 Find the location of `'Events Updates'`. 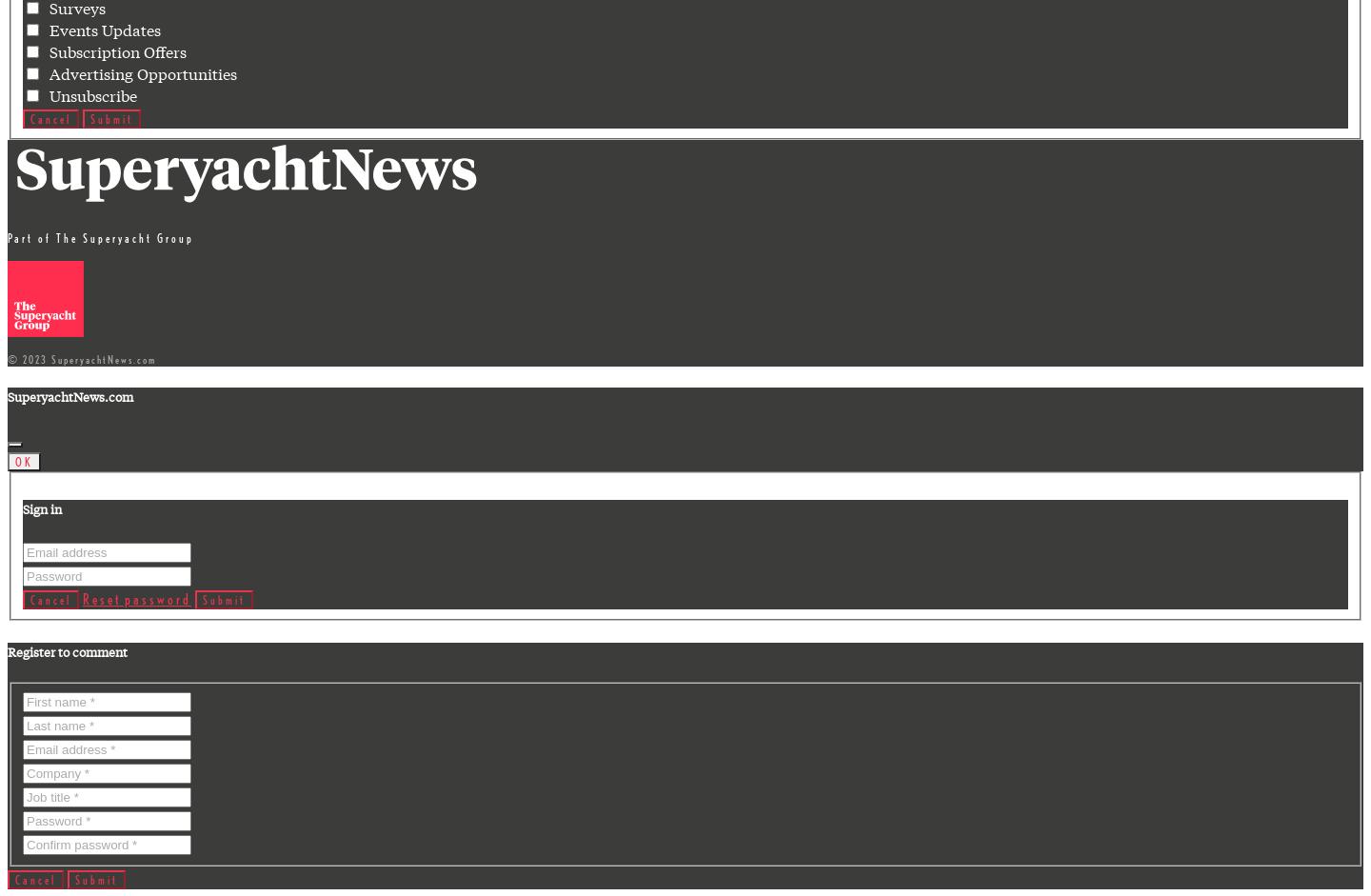

'Events Updates' is located at coordinates (101, 29).